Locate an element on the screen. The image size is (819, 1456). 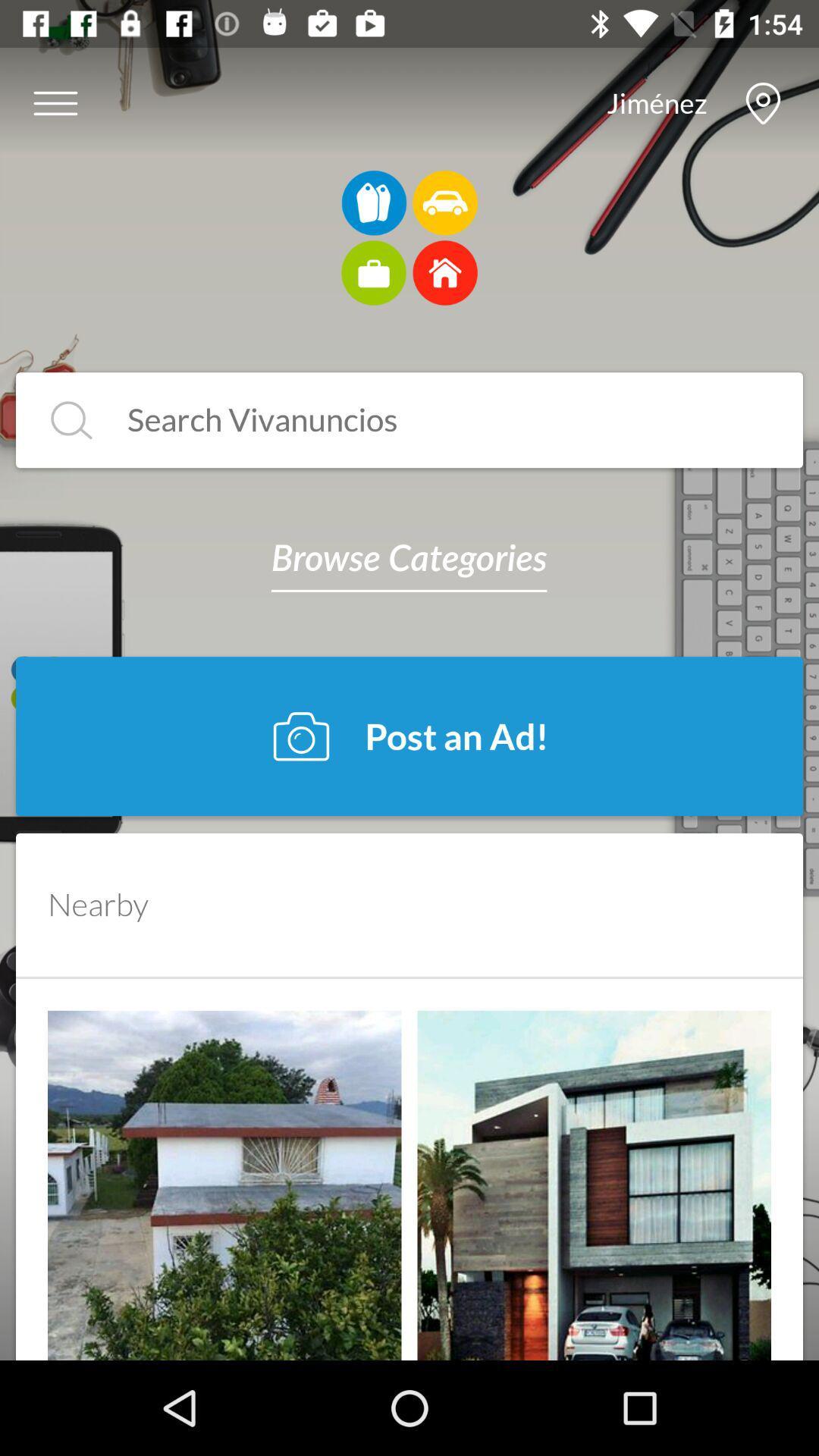
search vivanucios is located at coordinates (433, 420).